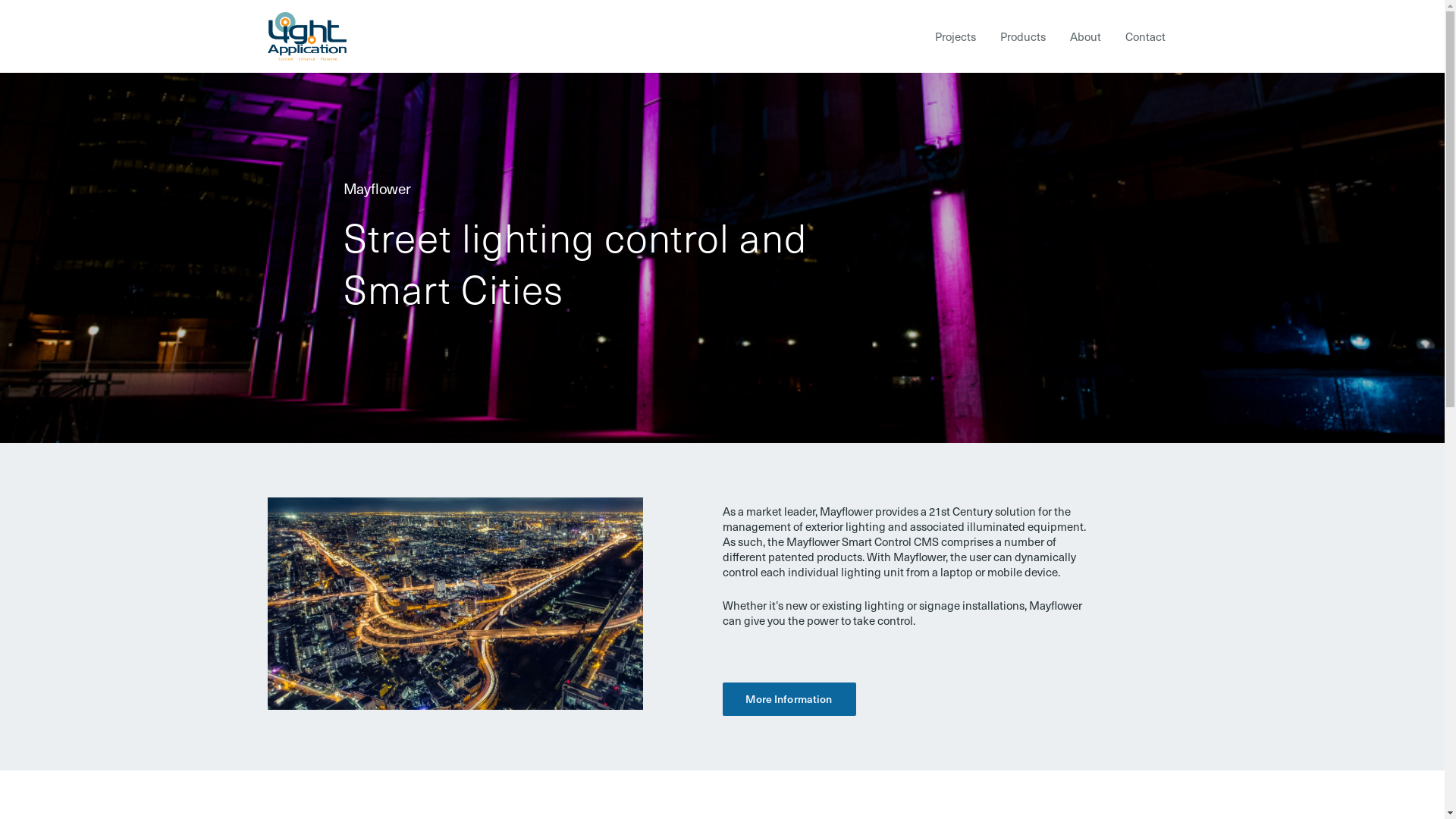 The width and height of the screenshot is (1456, 819). Describe the element at coordinates (720, 698) in the screenshot. I see `'More Information'` at that location.